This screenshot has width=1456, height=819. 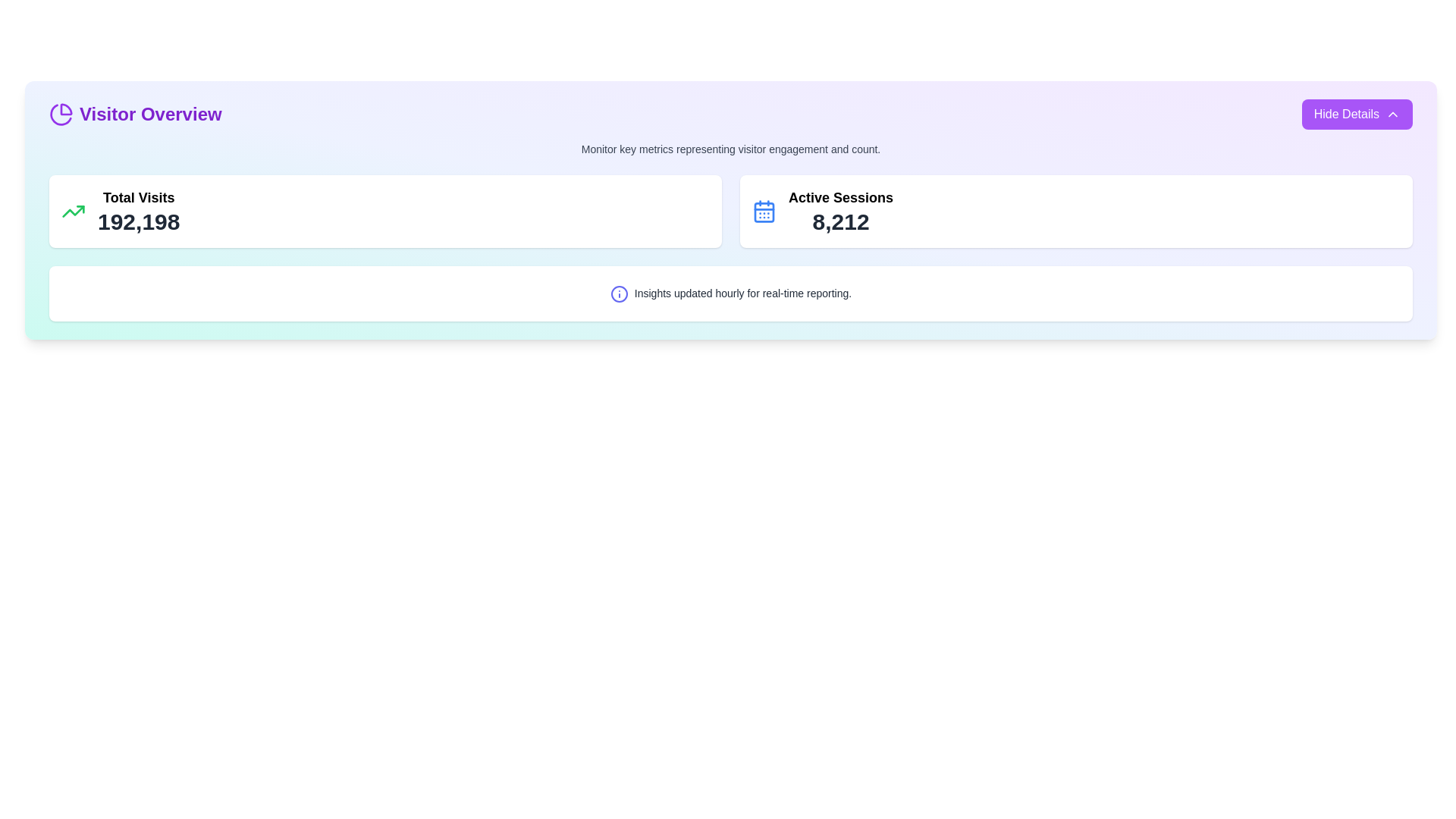 What do you see at coordinates (1357, 113) in the screenshot?
I see `the 'Hide Details' button with a purple background and white text, located in the right-hand corner of the 'Visitor Overview' section header` at bounding box center [1357, 113].